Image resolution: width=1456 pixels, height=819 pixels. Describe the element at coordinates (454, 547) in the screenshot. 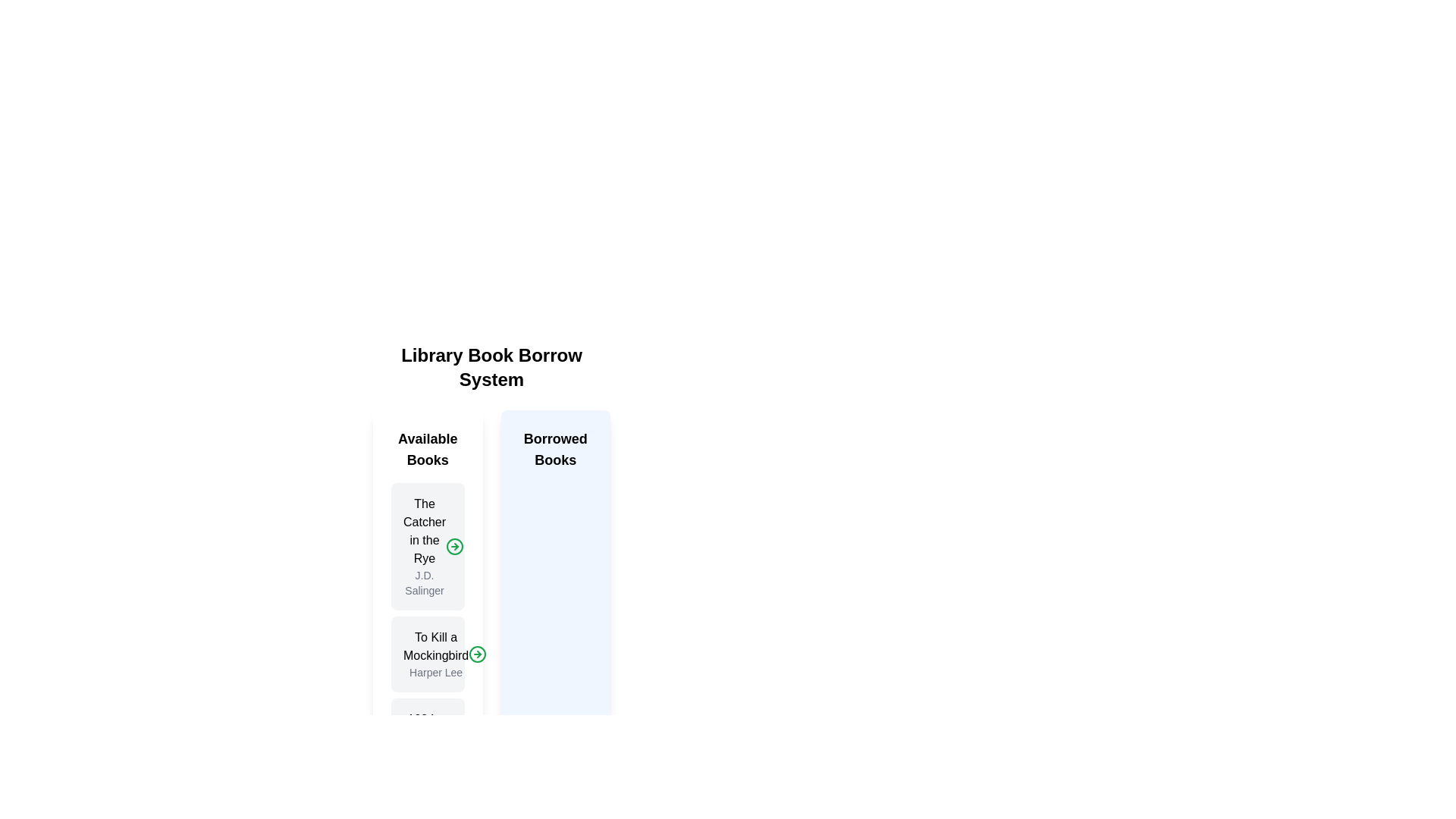

I see `the circular indicator icon for 'The Catcher in the Rye' located in the 'Available Books' section` at that location.